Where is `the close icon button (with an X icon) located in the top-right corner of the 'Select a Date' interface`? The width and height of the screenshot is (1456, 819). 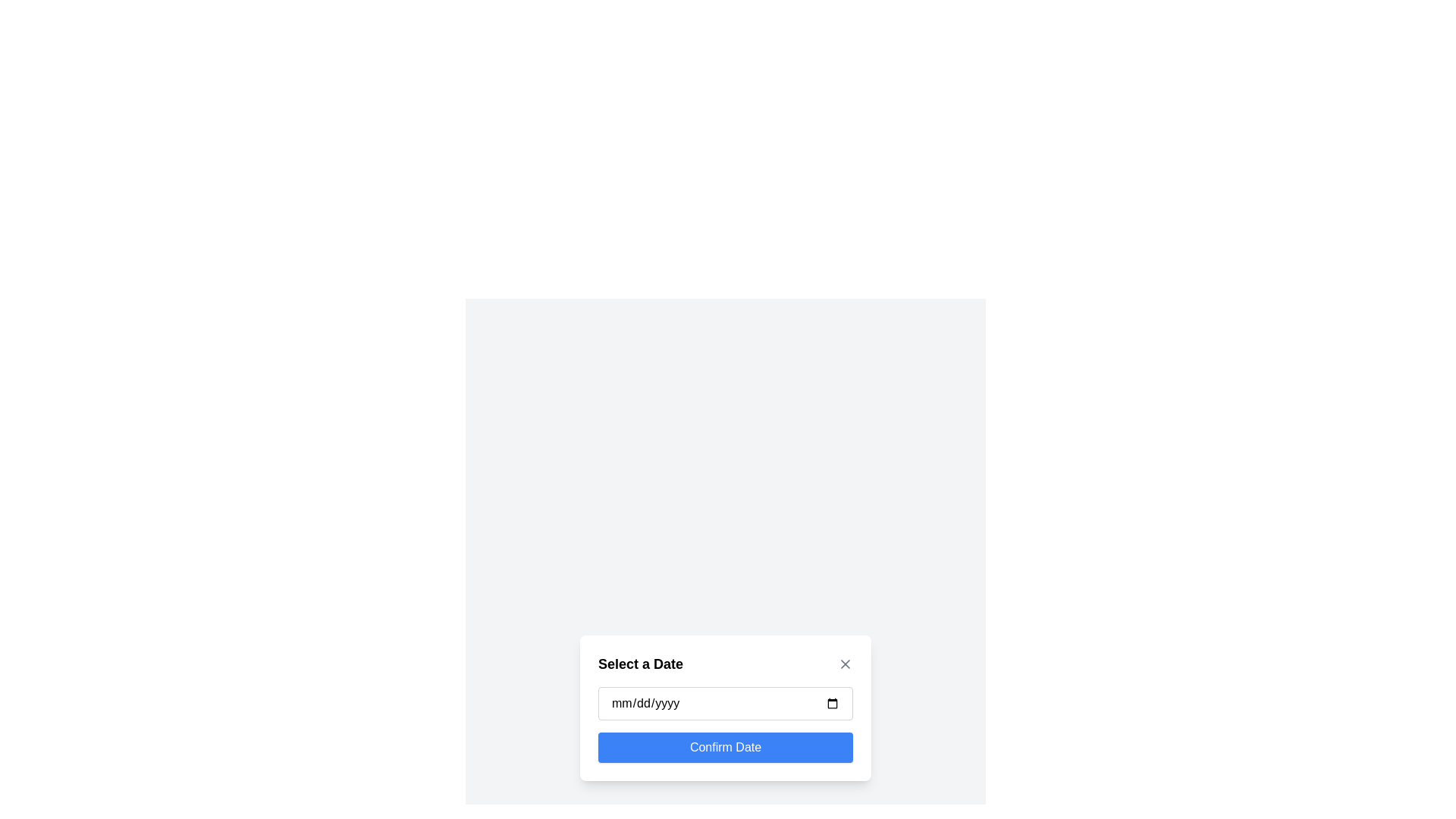
the close icon button (with an X icon) located in the top-right corner of the 'Select a Date' interface is located at coordinates (844, 663).